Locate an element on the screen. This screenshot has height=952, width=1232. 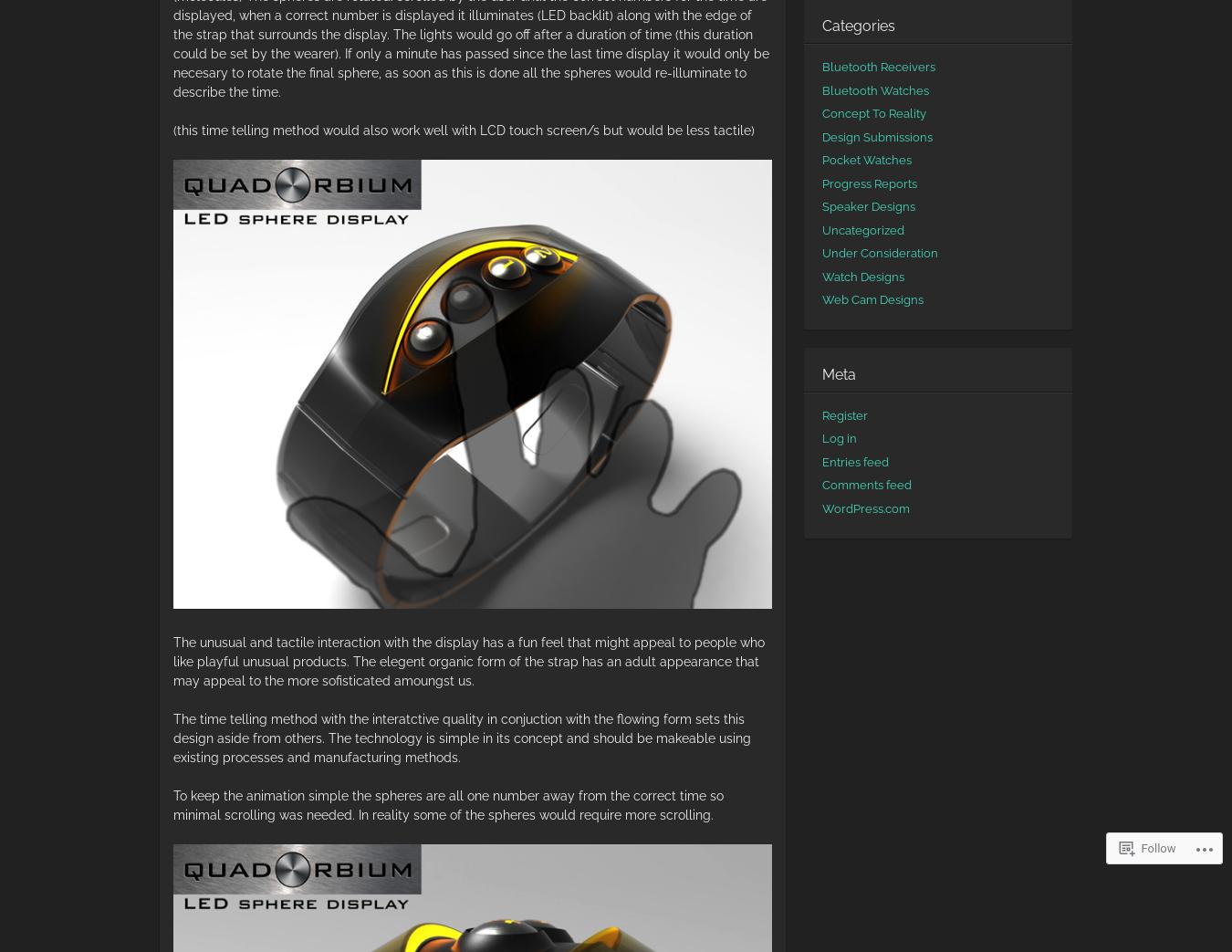
'Follow' is located at coordinates (1158, 847).